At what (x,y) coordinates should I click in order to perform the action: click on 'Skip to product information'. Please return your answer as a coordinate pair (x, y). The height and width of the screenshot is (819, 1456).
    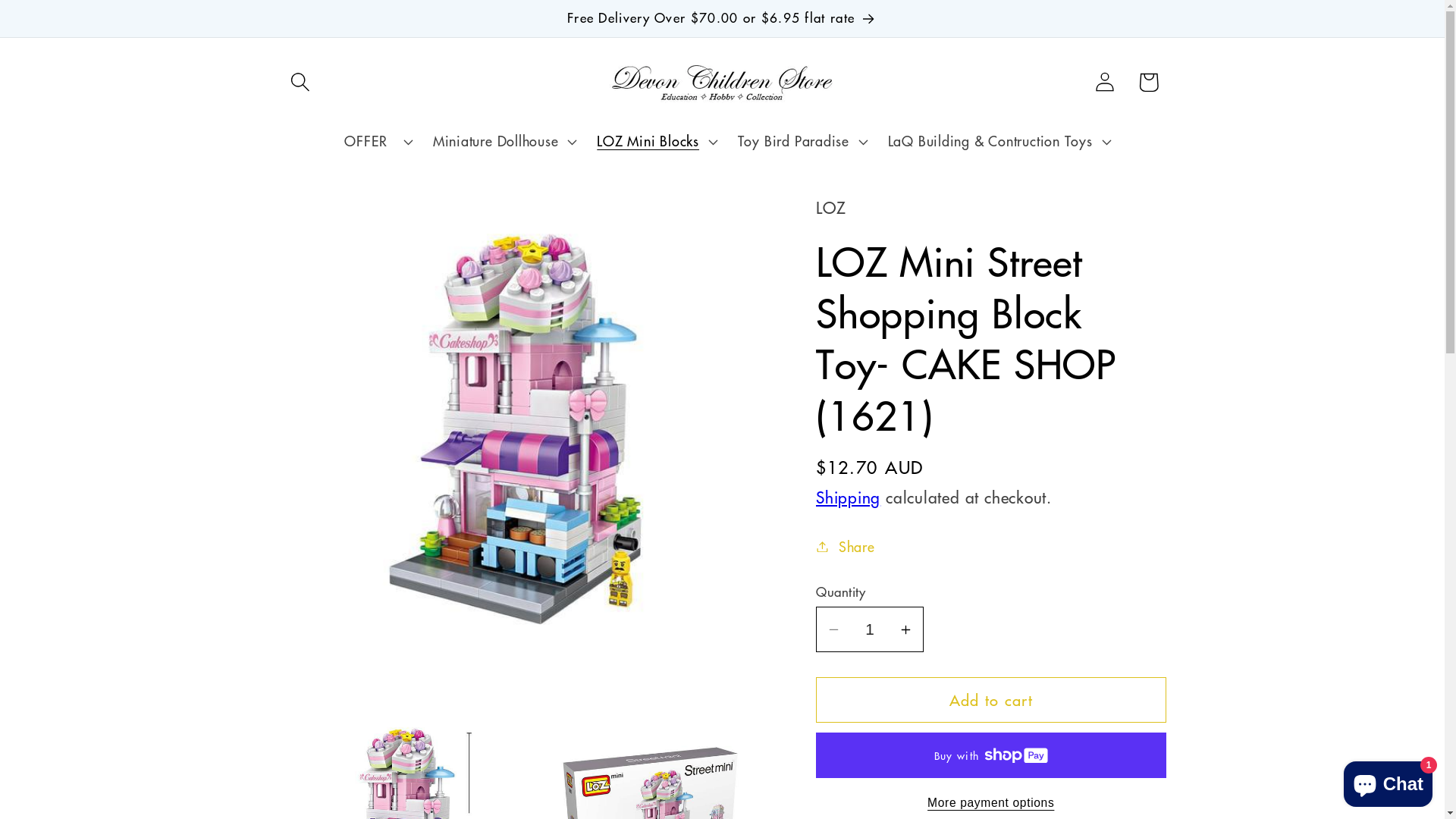
    Looking at the image, I should click on (337, 217).